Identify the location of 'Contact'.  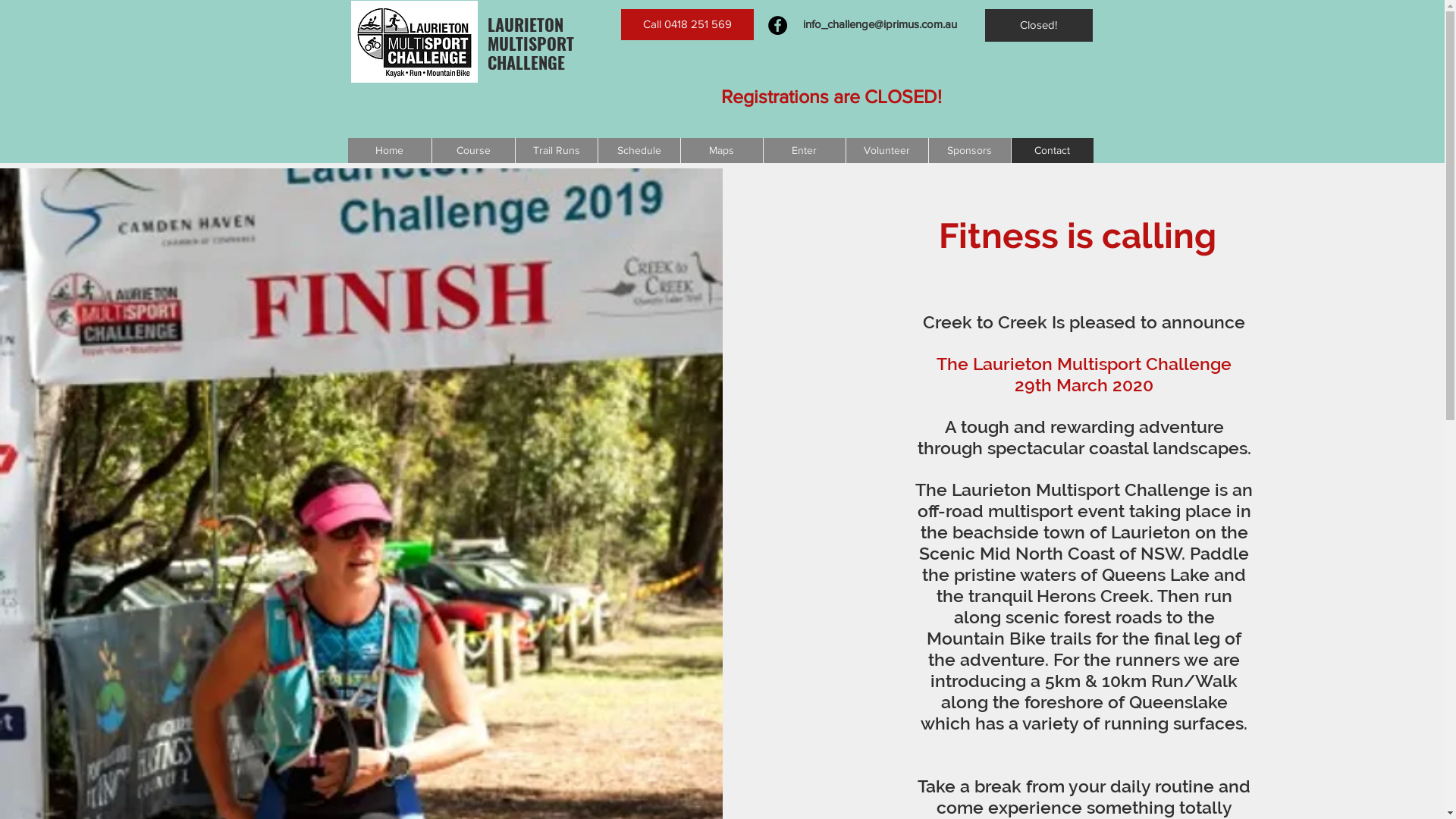
(1050, 150).